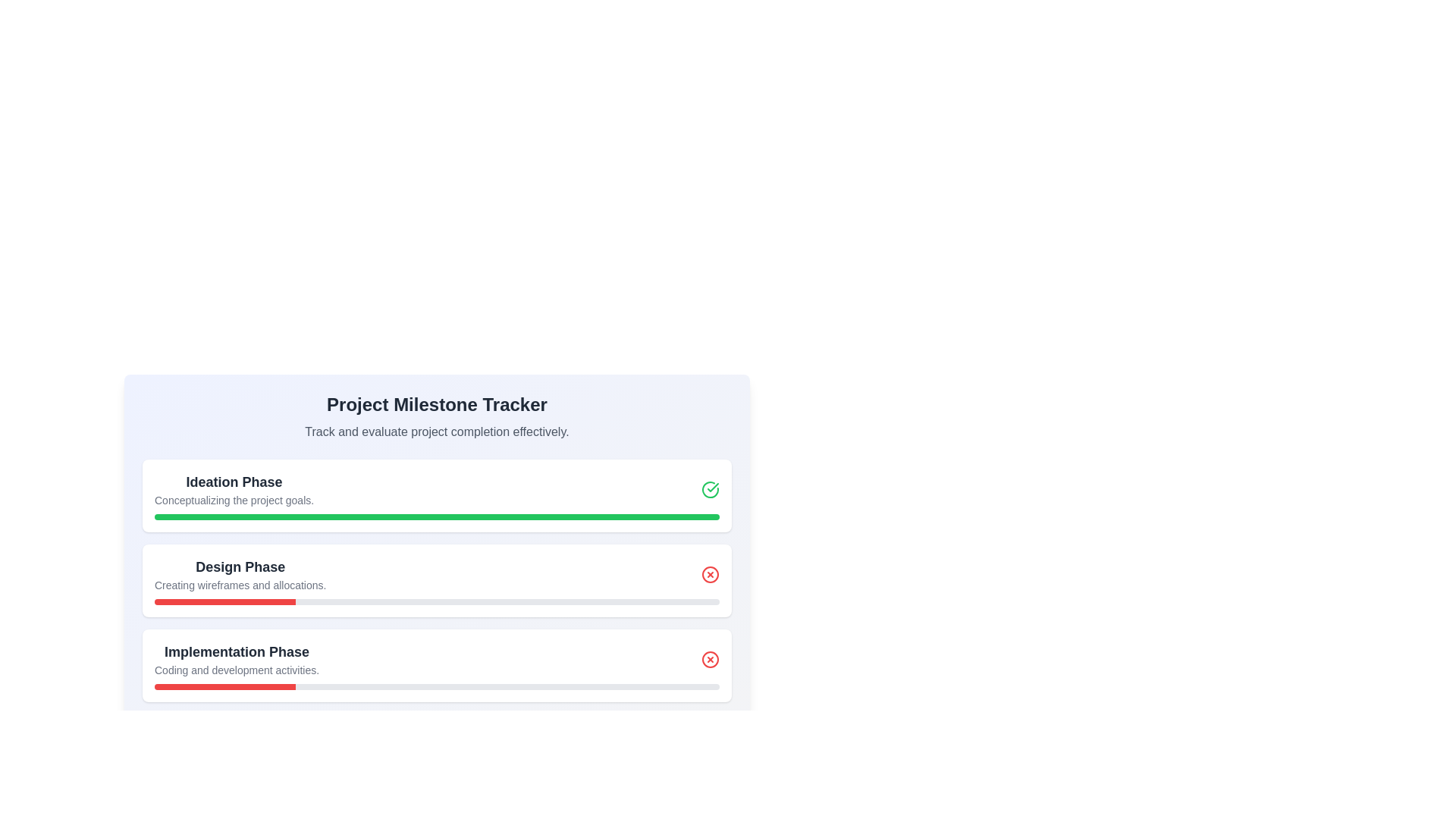 The image size is (1456, 819). Describe the element at coordinates (234, 482) in the screenshot. I see `text content of the header for the 'Ideation Phase' section located at the top of the first card in the project phases list` at that location.